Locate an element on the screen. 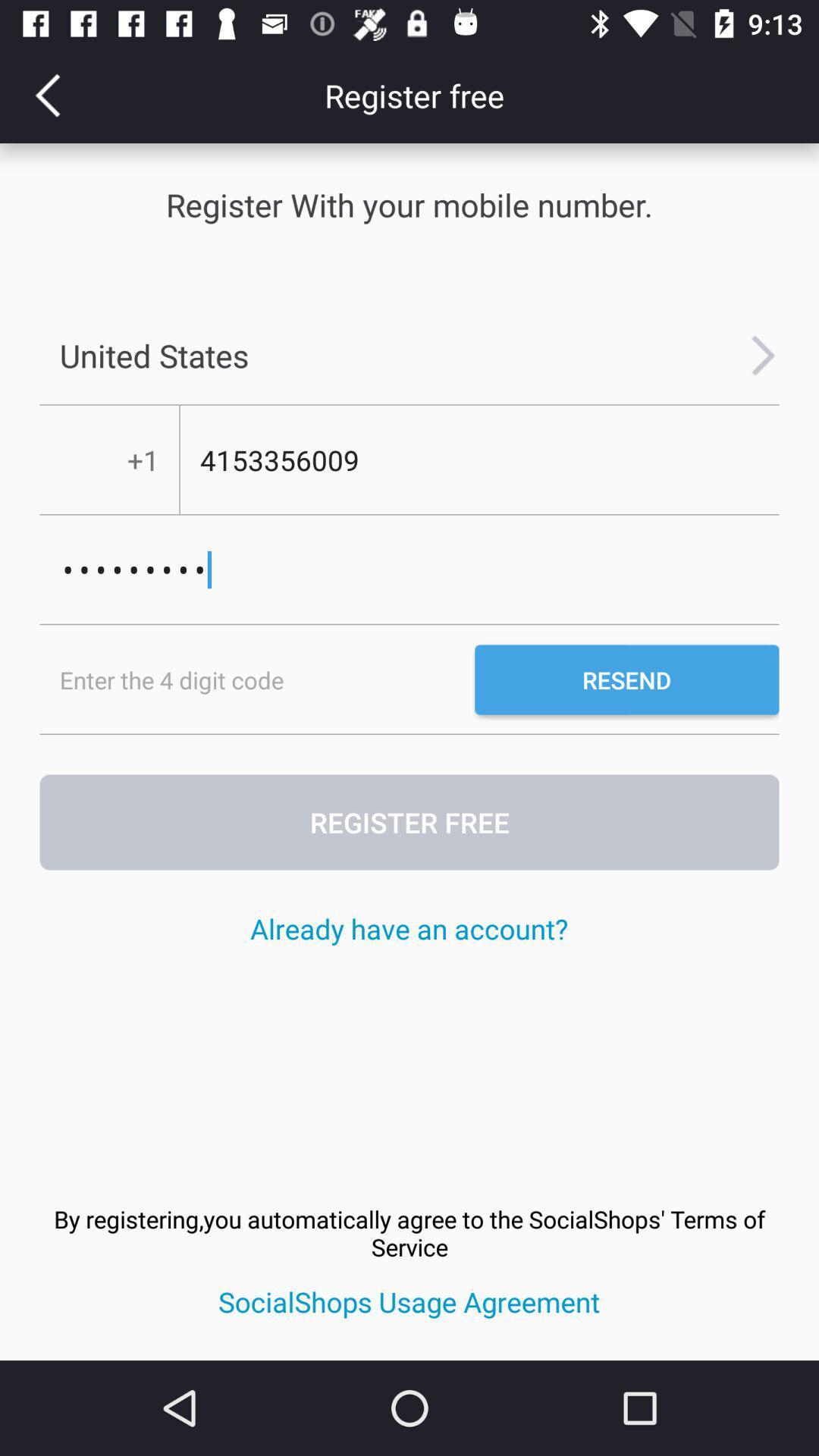  item on the right is located at coordinates (626, 679).